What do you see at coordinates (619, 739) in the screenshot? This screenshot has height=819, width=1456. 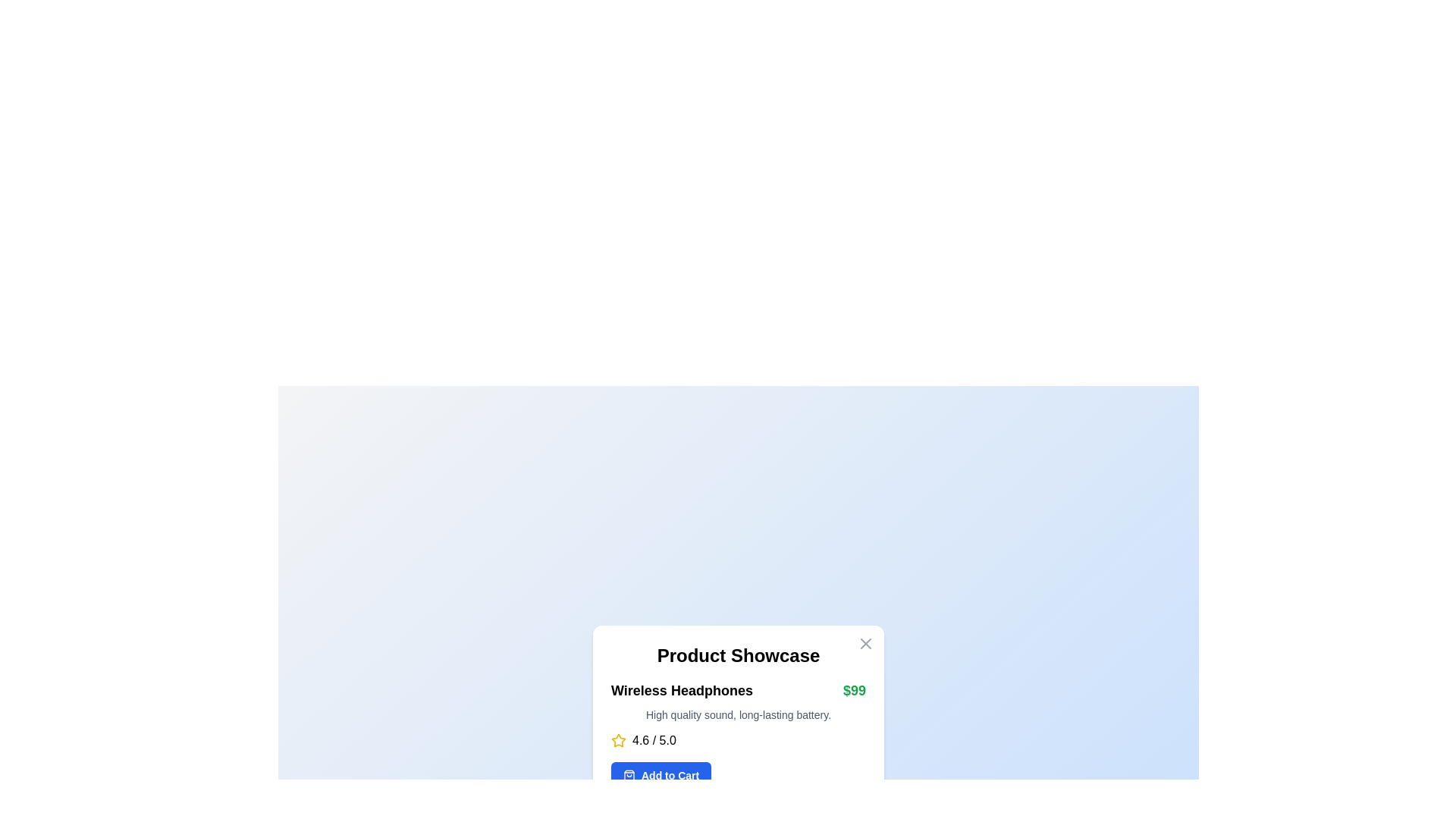 I see `the Star Icon, which represents a rating and is located to the left of the text '4.6 / 5.0' in a horizontal layout below the product title and description` at bounding box center [619, 739].